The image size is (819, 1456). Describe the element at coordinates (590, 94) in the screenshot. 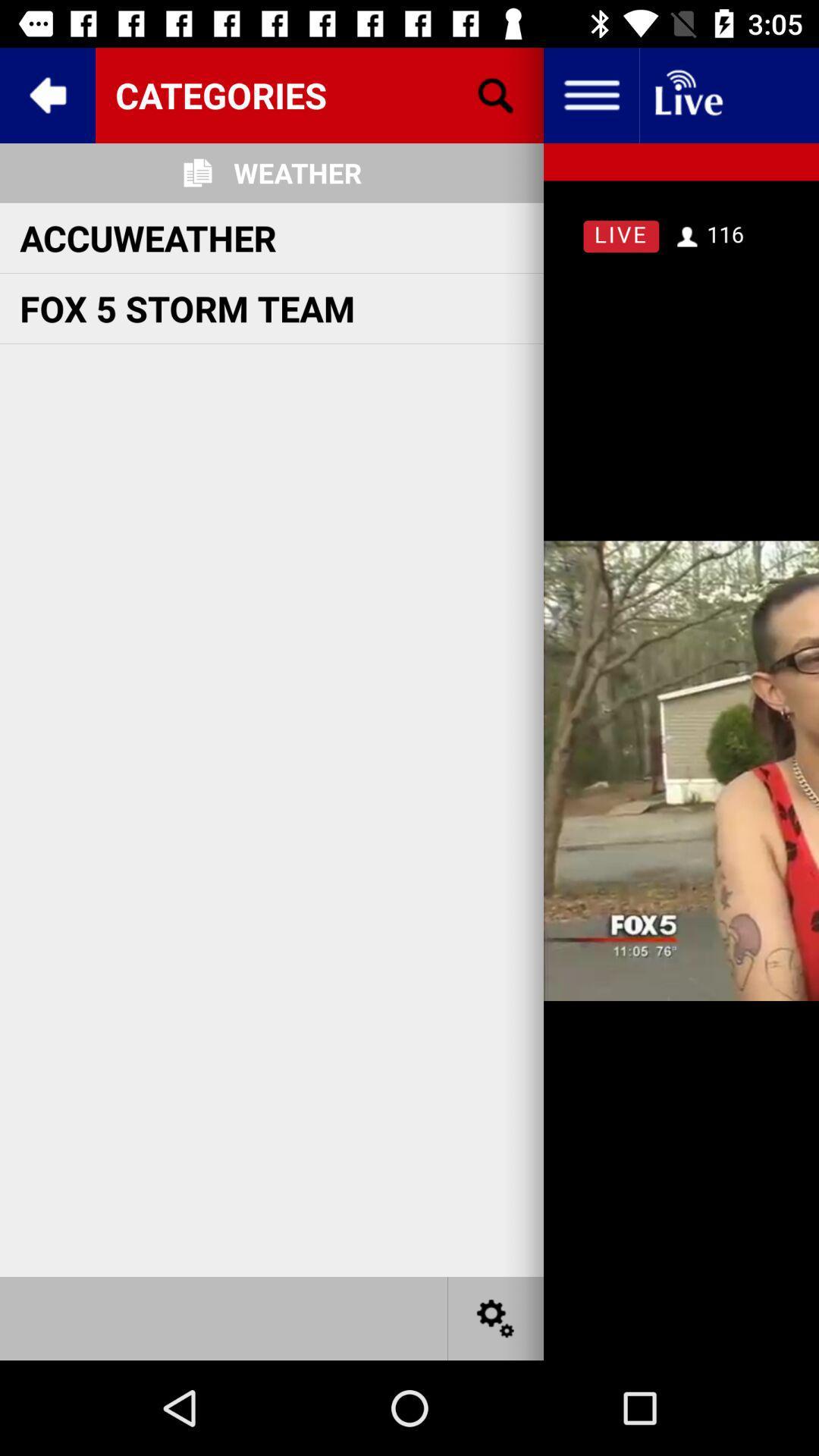

I see `the menu icon` at that location.